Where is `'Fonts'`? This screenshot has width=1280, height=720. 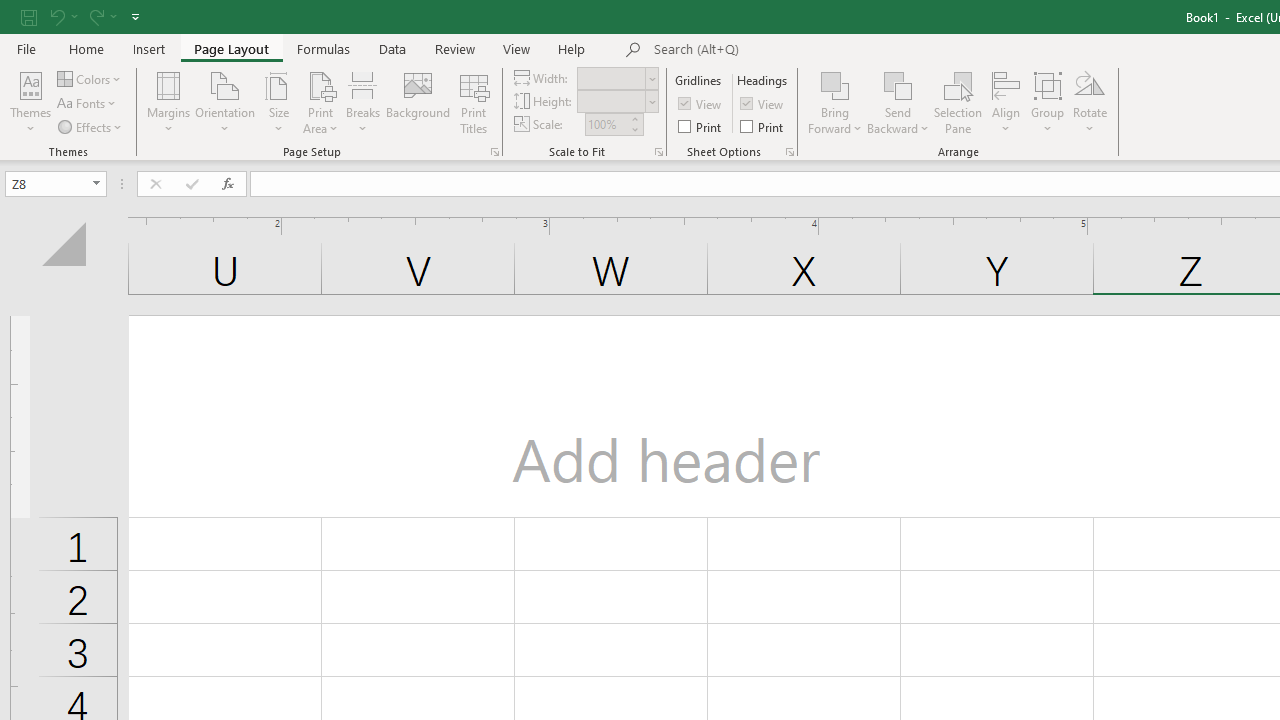 'Fonts' is located at coordinates (87, 103).